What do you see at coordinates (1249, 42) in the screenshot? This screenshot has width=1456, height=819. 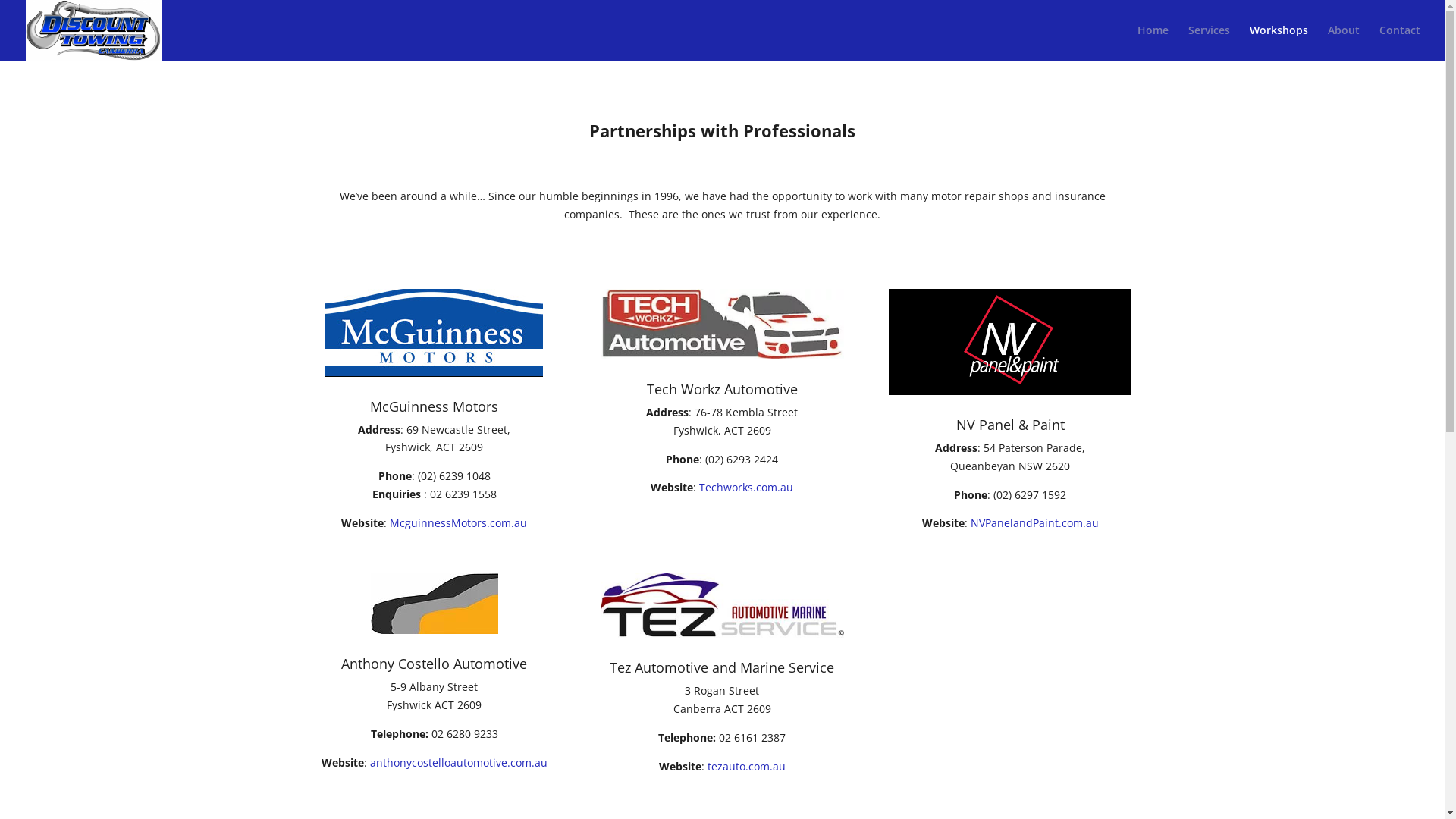 I see `'Workshops'` at bounding box center [1249, 42].